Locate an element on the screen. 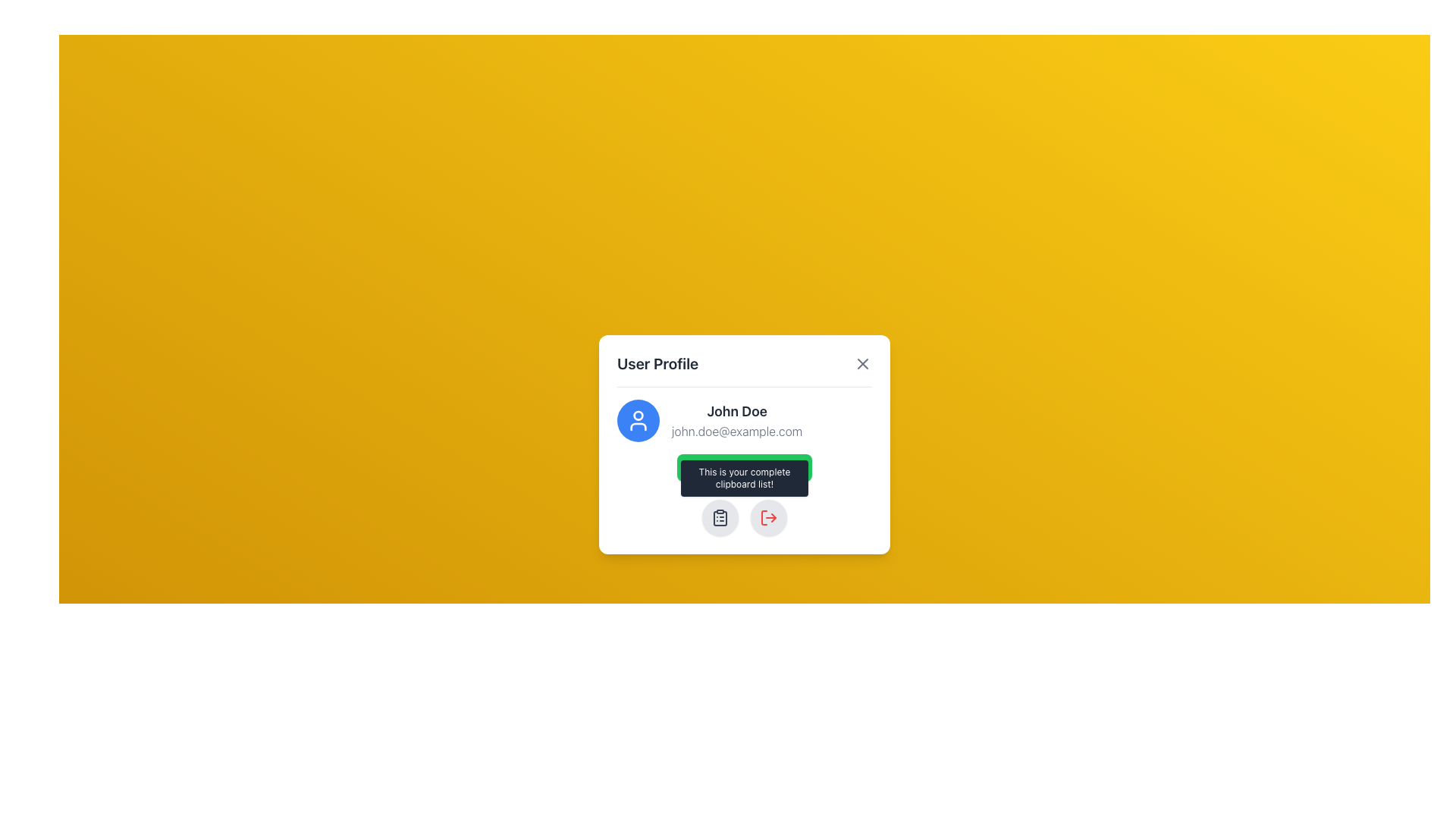 The image size is (1456, 819). the logout icon button located at the bottom-right corner of the modal dialog is located at coordinates (768, 516).